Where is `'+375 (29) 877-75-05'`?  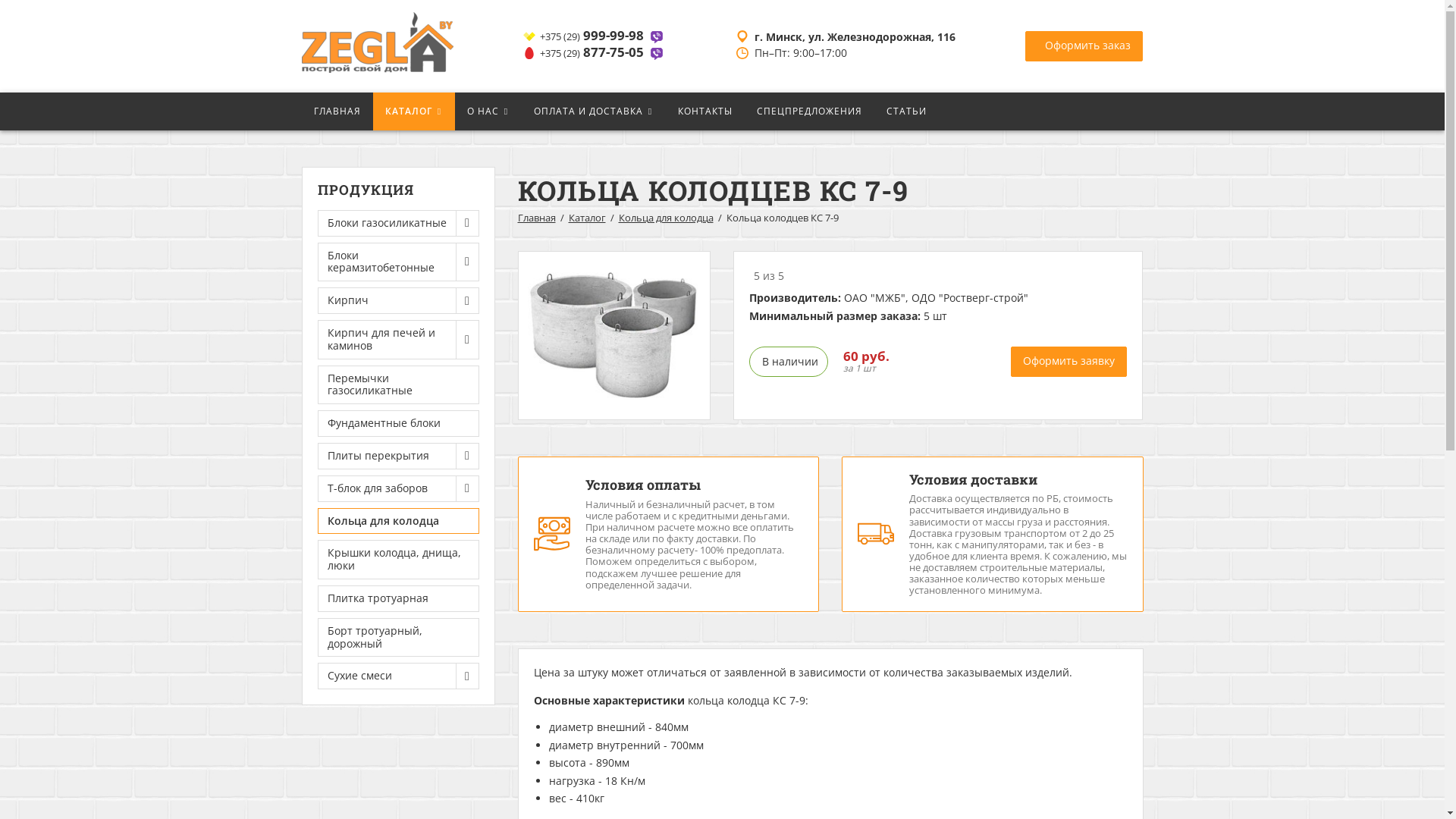
'+375 (29) 877-75-05' is located at coordinates (594, 52).